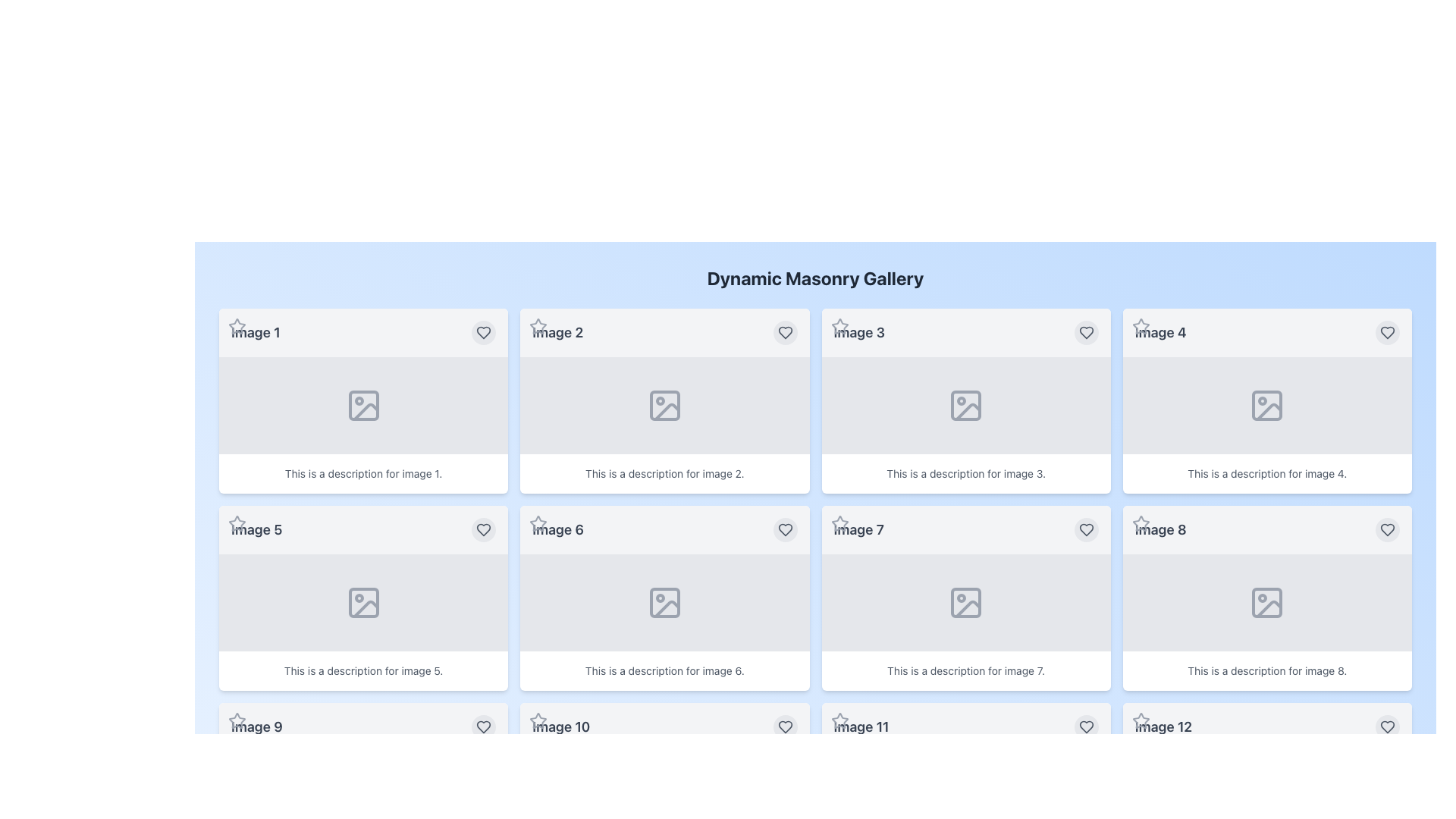 The image size is (1456, 819). I want to click on the decorative placeholder rectangle representing an image in the UI, located at the center of the card labeled 'Image 8', so click(1267, 601).